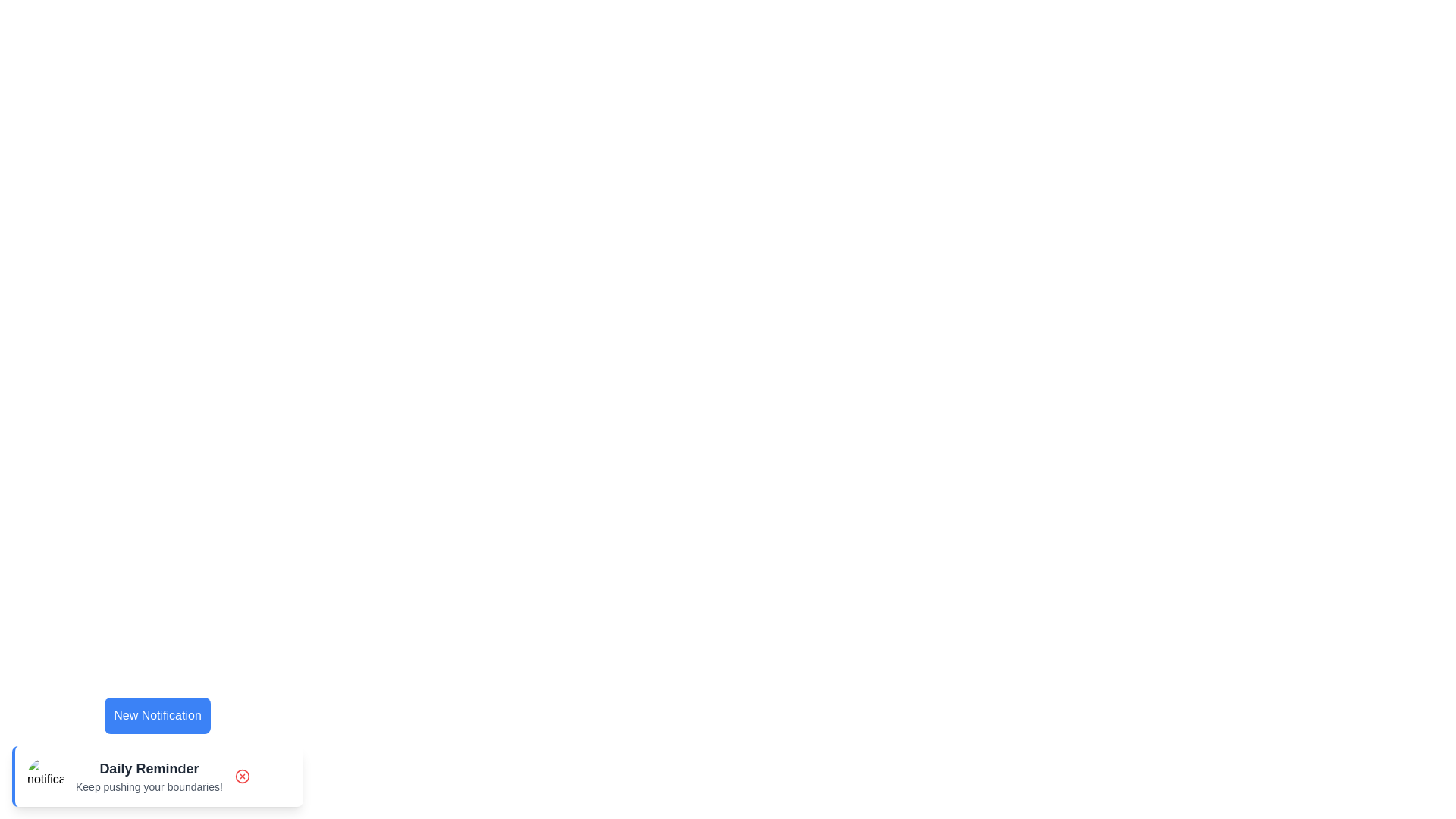  I want to click on the 'New Notification' button to add a new notification, so click(157, 716).